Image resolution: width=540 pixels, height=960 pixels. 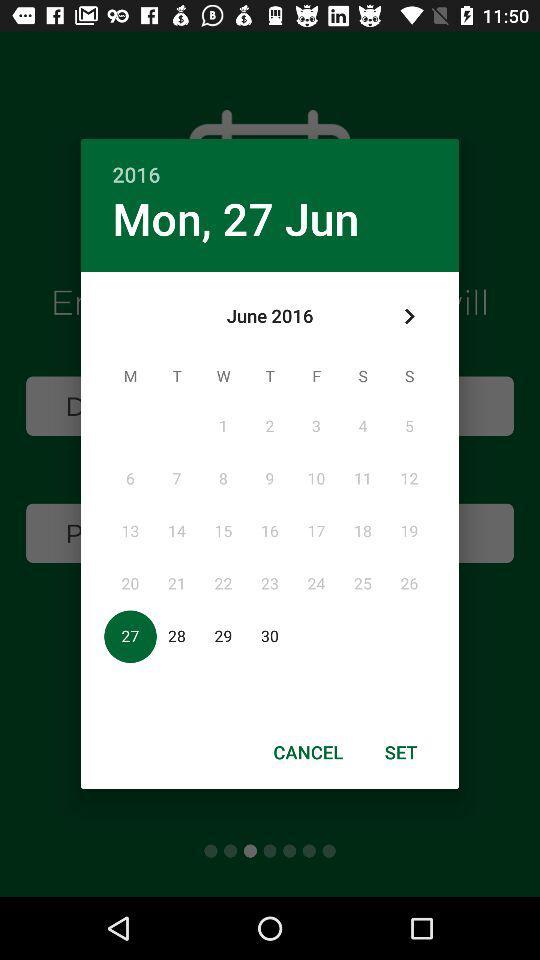 I want to click on item at the bottom, so click(x=308, y=751).